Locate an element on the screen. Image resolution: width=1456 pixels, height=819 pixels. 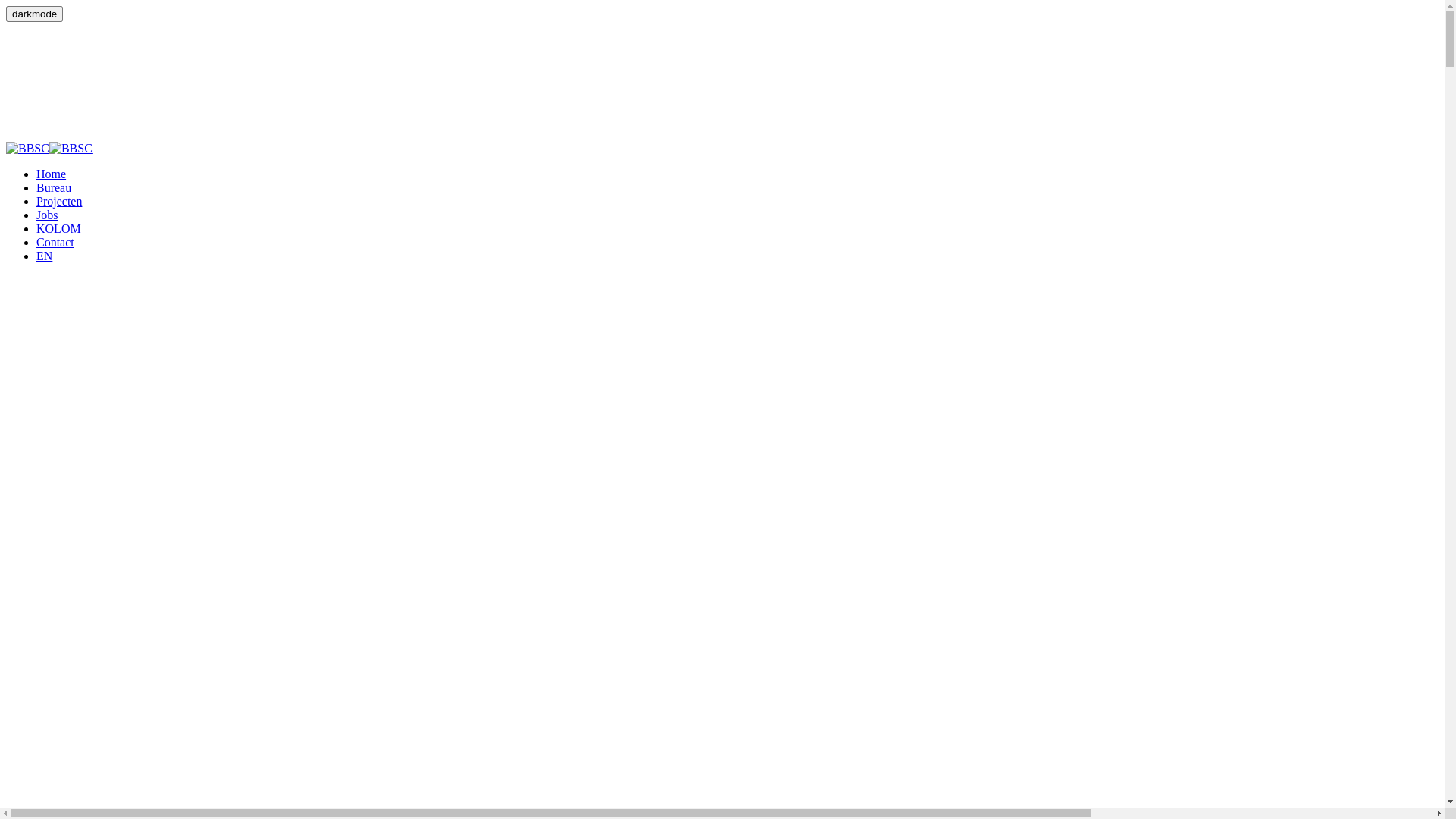
'EN' is located at coordinates (44, 255).